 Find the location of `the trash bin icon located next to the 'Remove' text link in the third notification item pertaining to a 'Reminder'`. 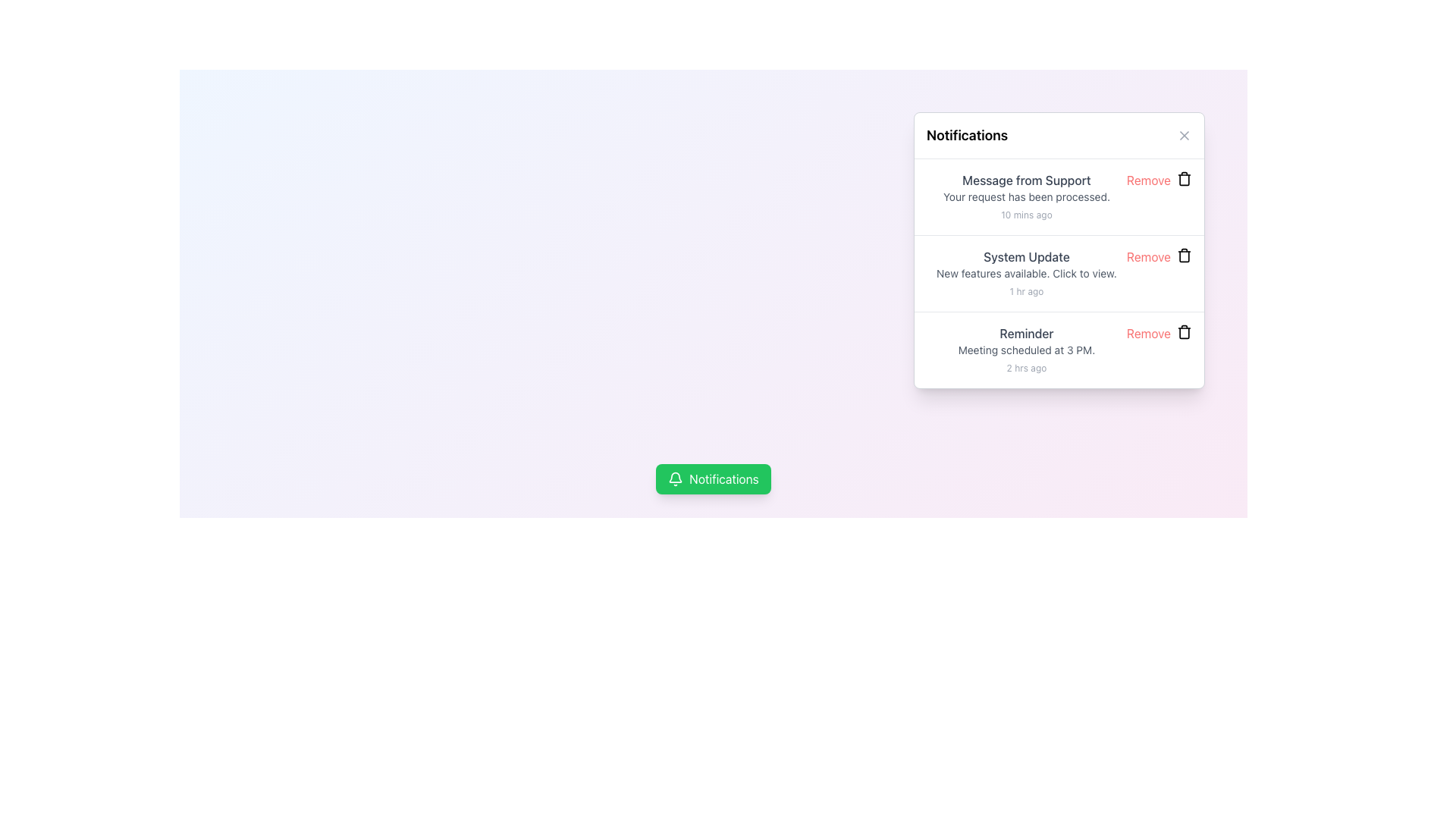

the trash bin icon located next to the 'Remove' text link in the third notification item pertaining to a 'Reminder' is located at coordinates (1183, 331).